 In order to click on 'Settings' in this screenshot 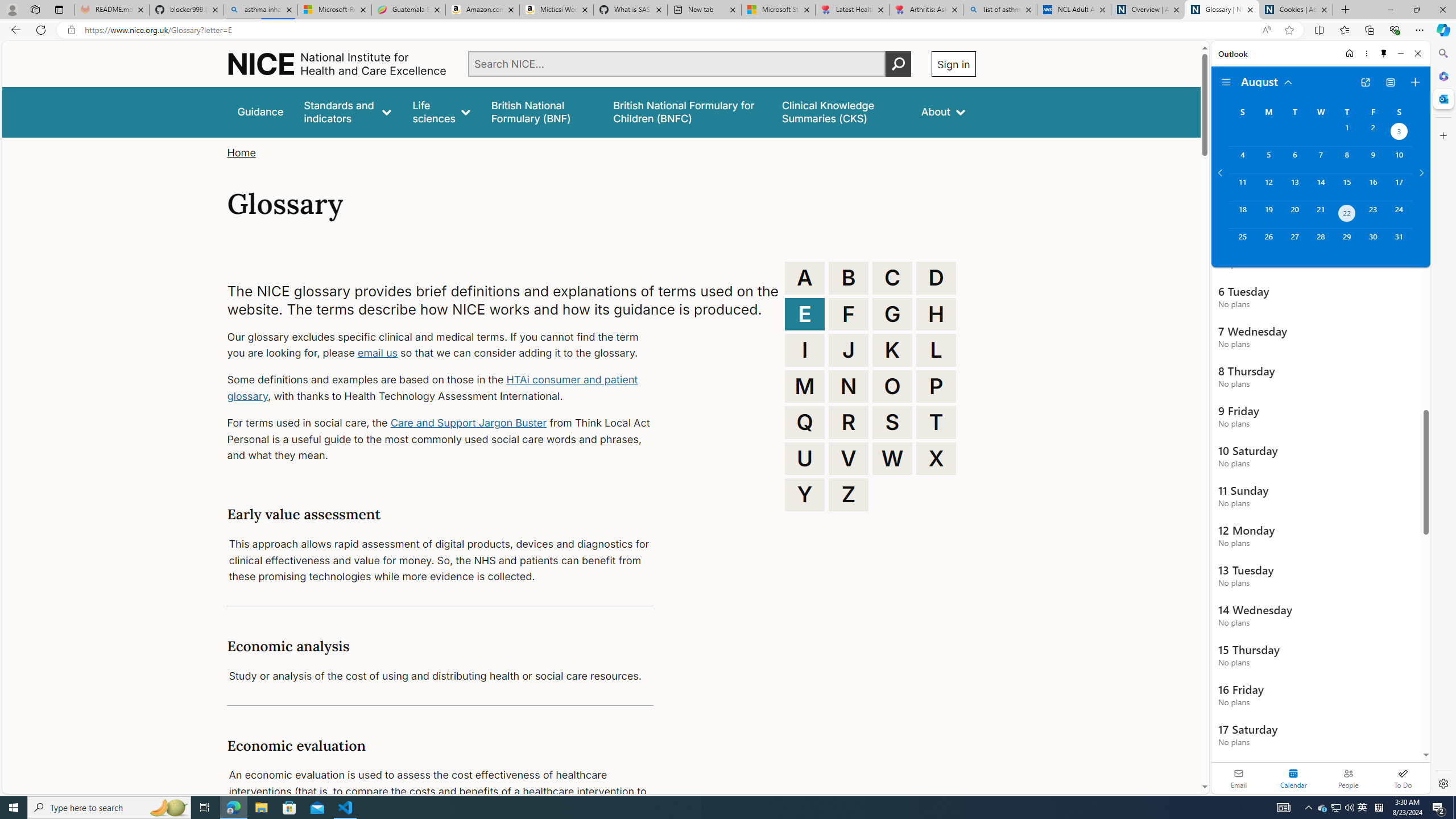, I will do `click(1442, 783)`.